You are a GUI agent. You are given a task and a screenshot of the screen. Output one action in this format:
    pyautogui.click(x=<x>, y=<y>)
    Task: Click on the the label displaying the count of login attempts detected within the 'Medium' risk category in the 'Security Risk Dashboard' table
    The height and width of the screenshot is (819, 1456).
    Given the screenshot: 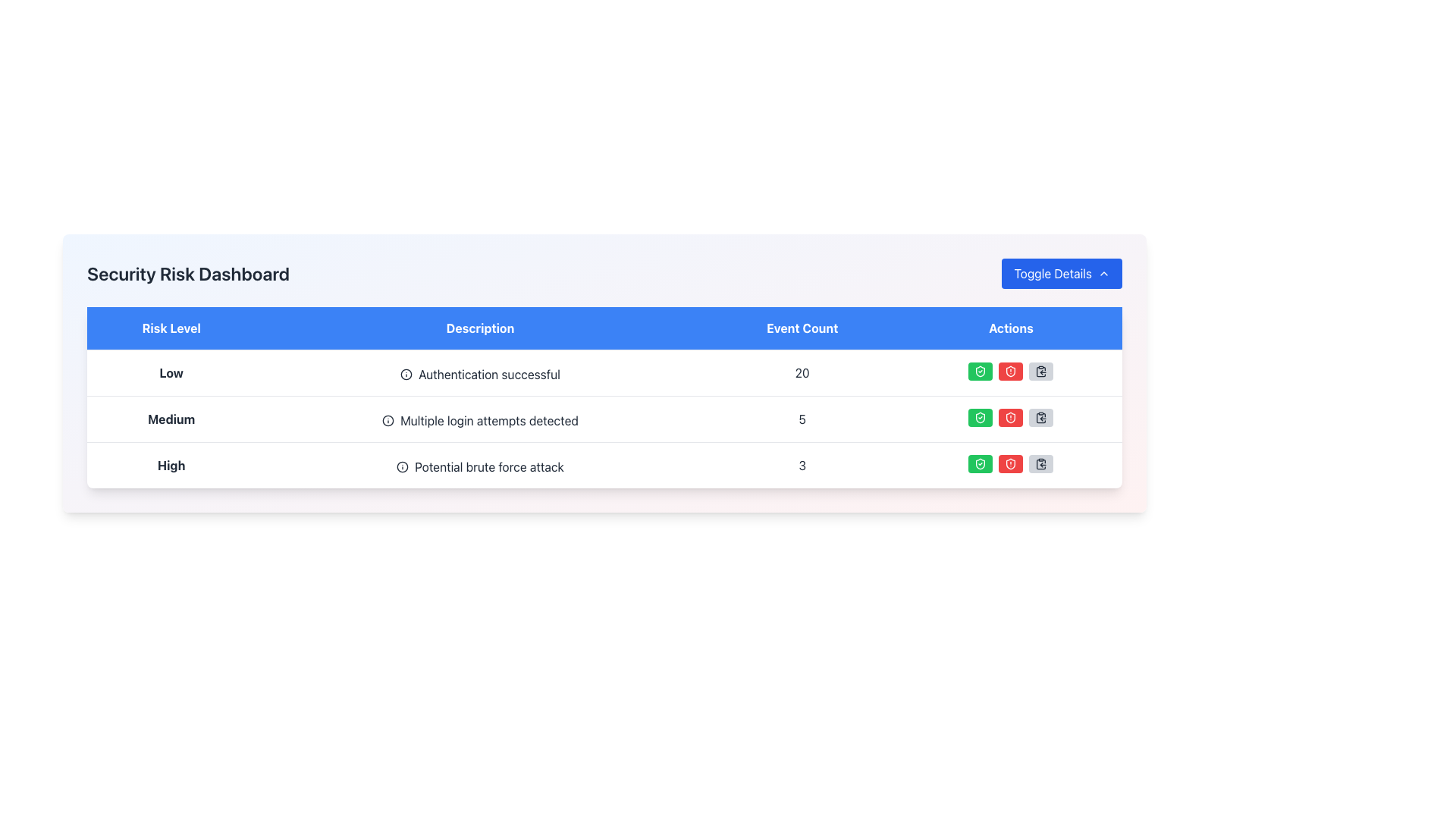 What is the action you would take?
    pyautogui.click(x=802, y=419)
    